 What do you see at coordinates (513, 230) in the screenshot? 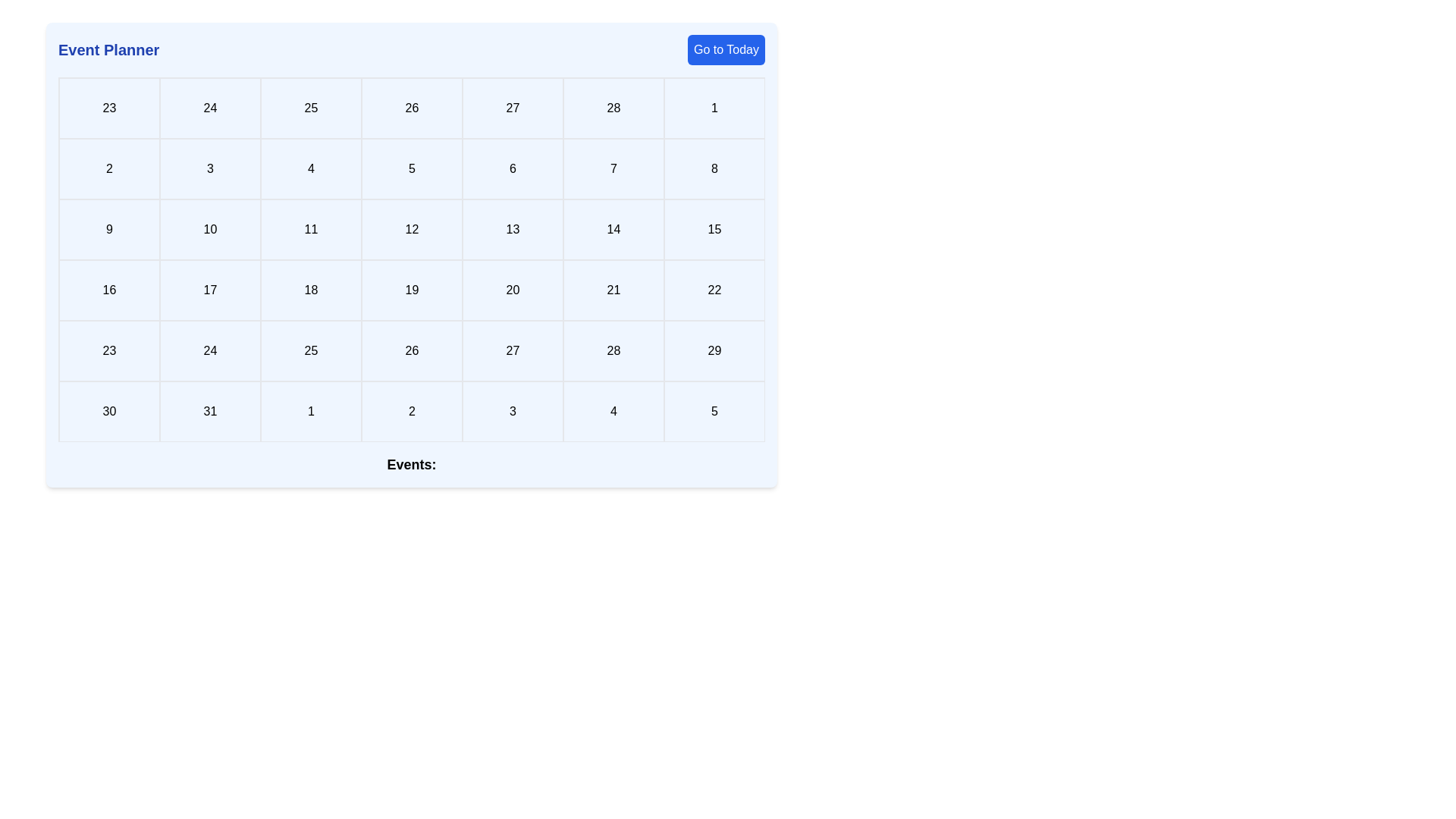
I see `to select the sixth day cell in the third row of the calendar interface` at bounding box center [513, 230].